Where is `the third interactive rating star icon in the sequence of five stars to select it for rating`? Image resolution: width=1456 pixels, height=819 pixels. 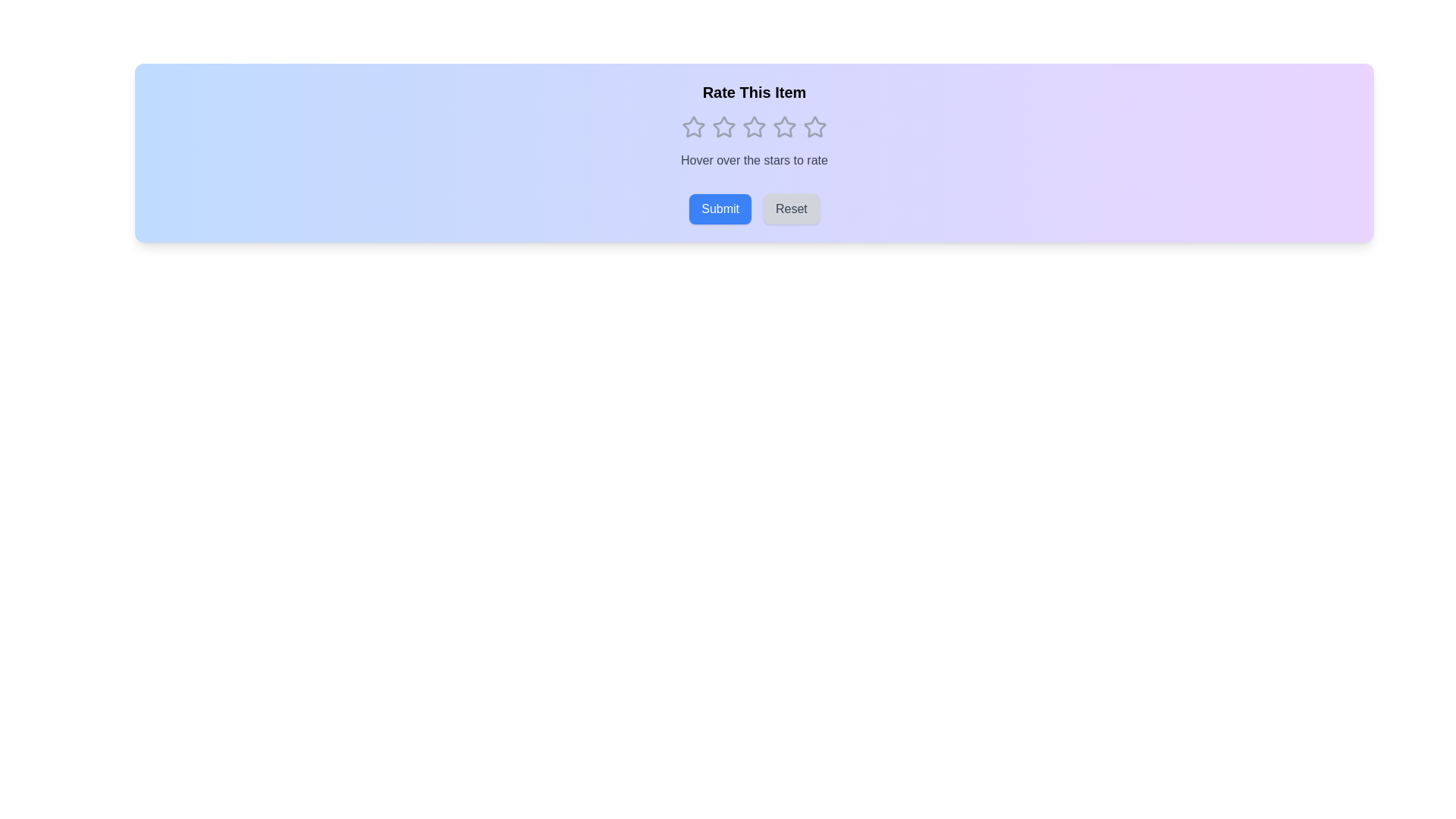
the third interactive rating star icon in the sequence of five stars to select it for rating is located at coordinates (754, 127).